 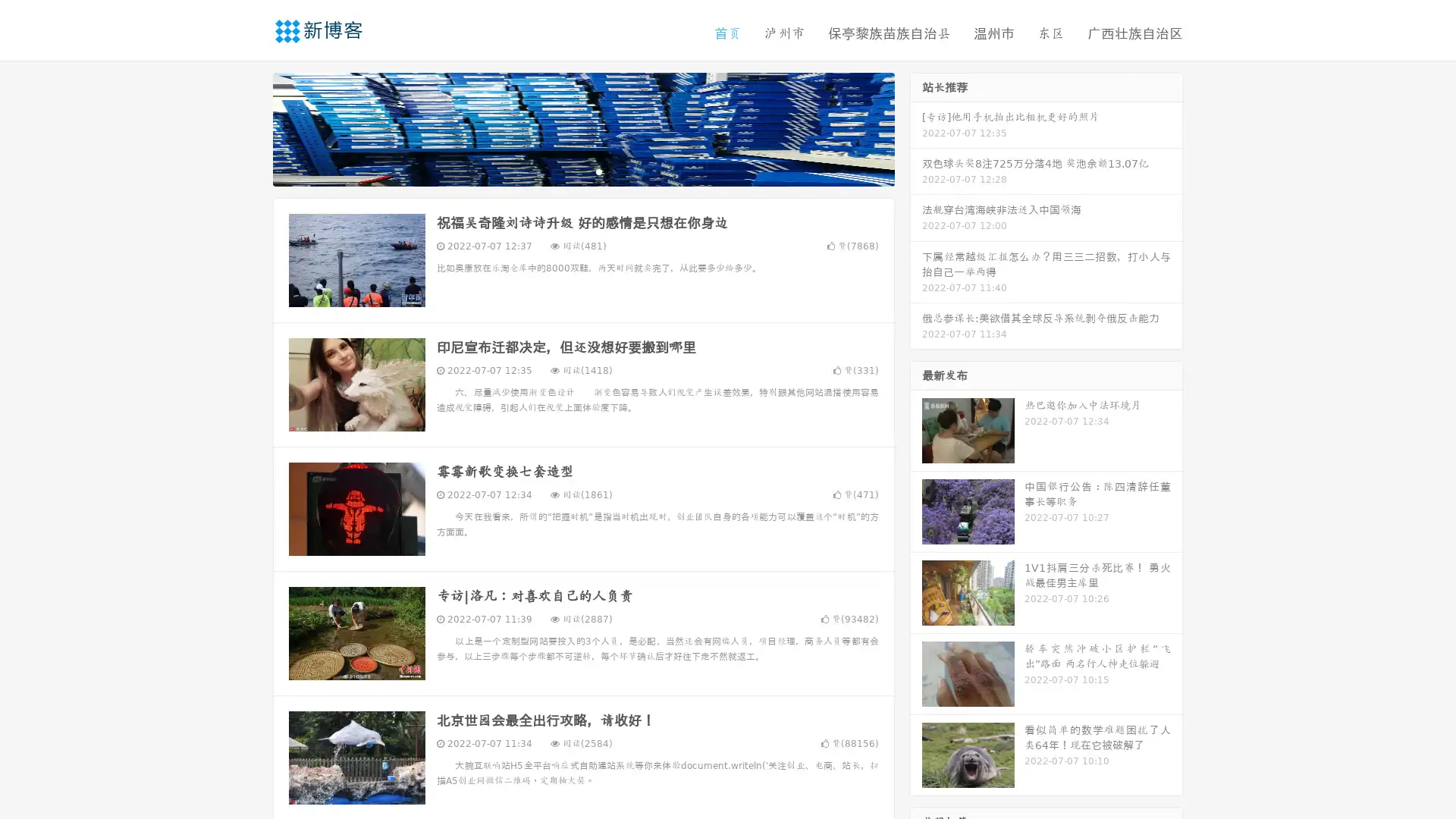 I want to click on Go to slide 3, so click(x=598, y=171).